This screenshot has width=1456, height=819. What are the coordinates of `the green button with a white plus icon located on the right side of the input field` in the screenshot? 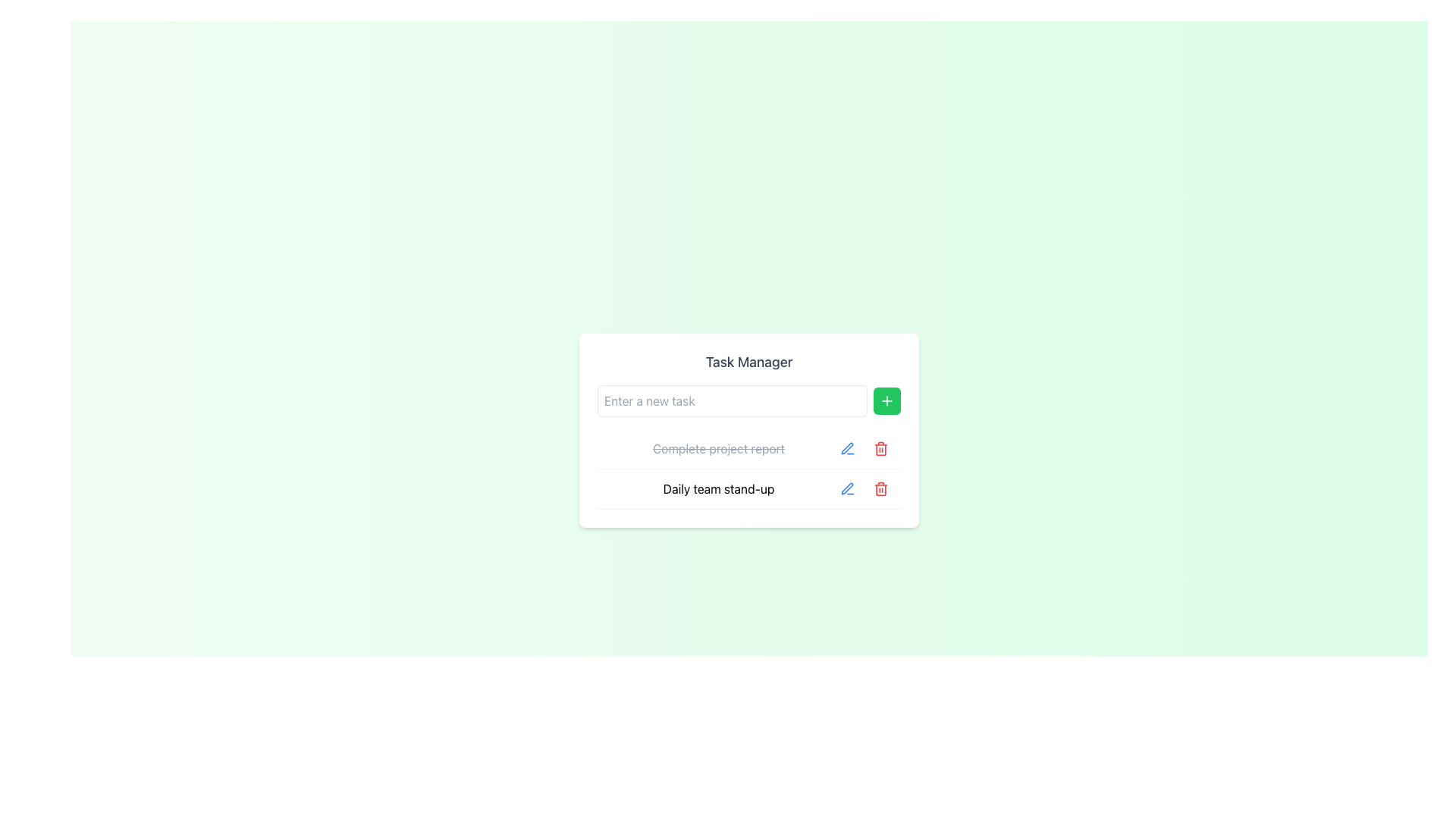 It's located at (887, 400).